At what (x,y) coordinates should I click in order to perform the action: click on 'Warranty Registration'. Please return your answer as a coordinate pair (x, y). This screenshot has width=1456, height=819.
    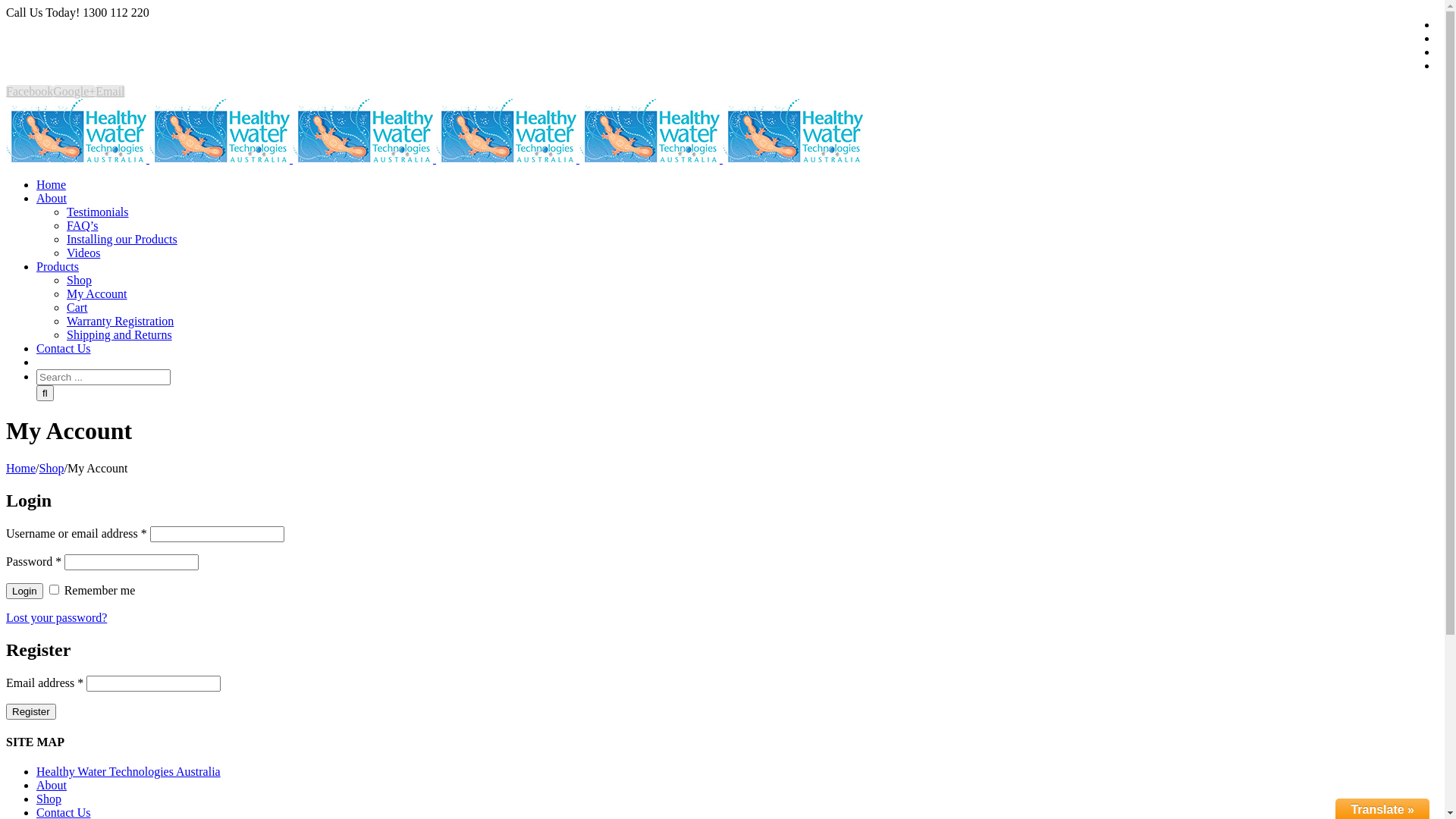
    Looking at the image, I should click on (119, 320).